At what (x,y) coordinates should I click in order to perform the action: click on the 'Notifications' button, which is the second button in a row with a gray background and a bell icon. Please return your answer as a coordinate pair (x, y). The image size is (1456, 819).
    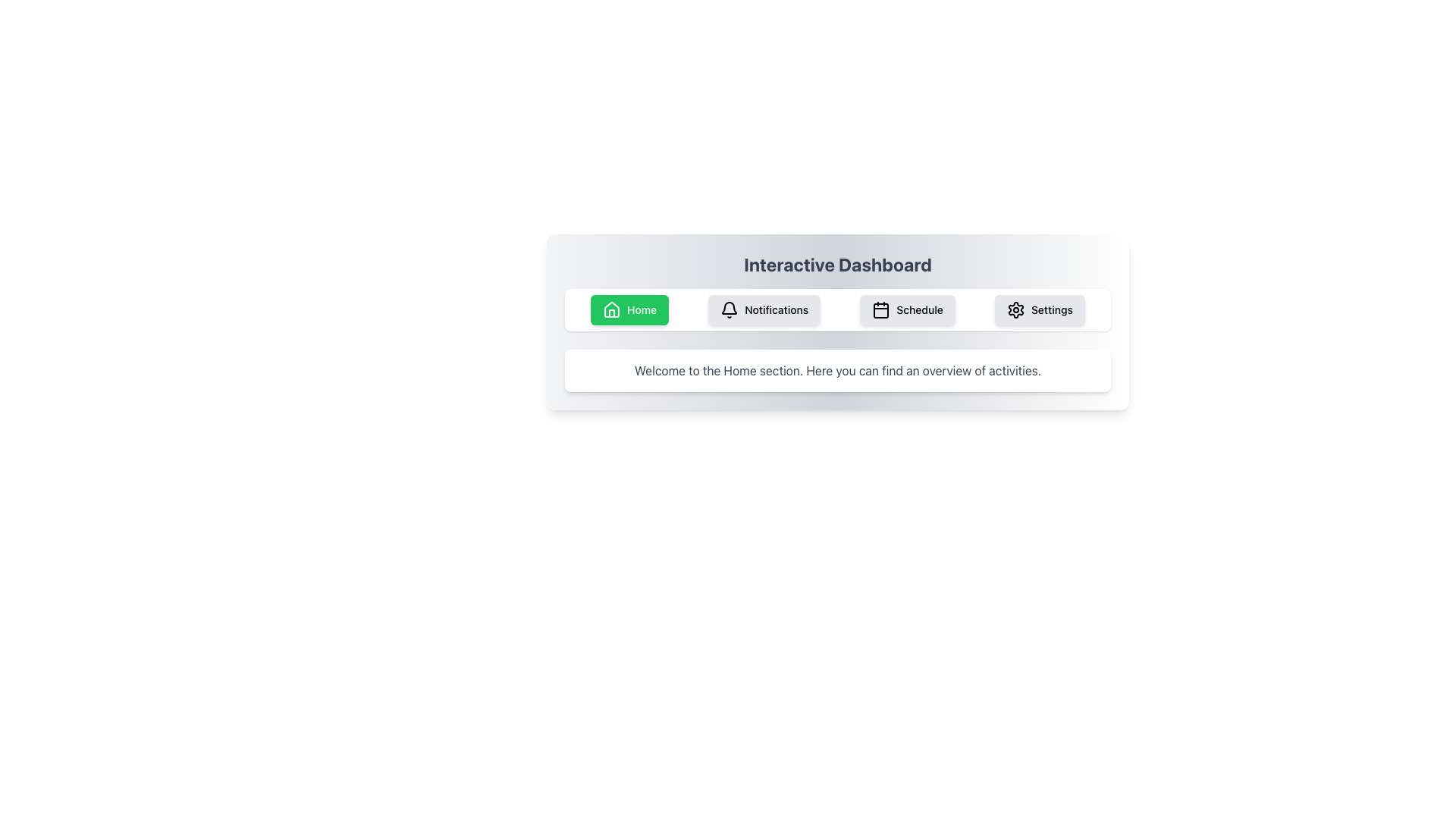
    Looking at the image, I should click on (764, 309).